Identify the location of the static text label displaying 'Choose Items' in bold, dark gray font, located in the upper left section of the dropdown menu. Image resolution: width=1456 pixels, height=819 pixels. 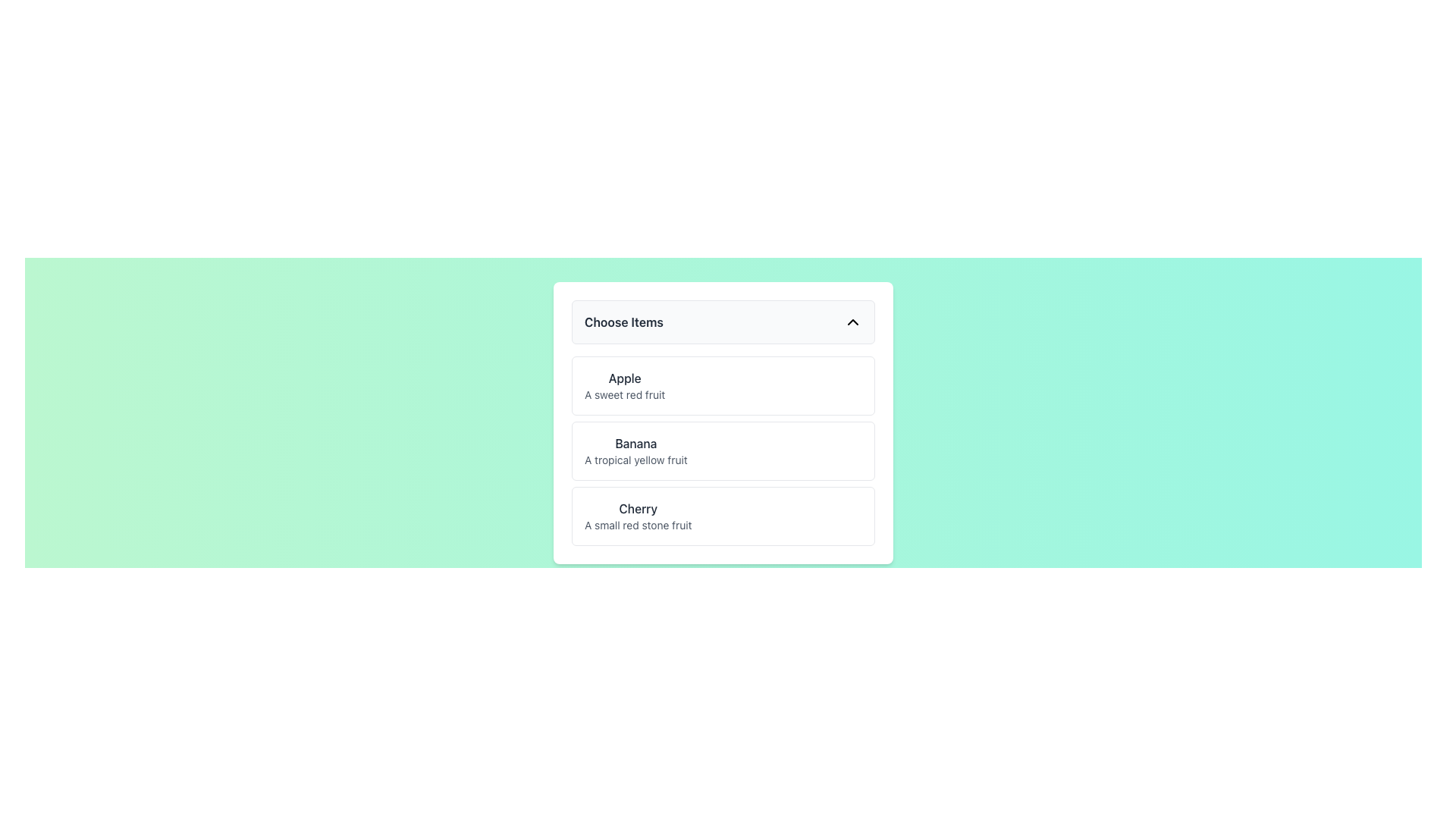
(623, 321).